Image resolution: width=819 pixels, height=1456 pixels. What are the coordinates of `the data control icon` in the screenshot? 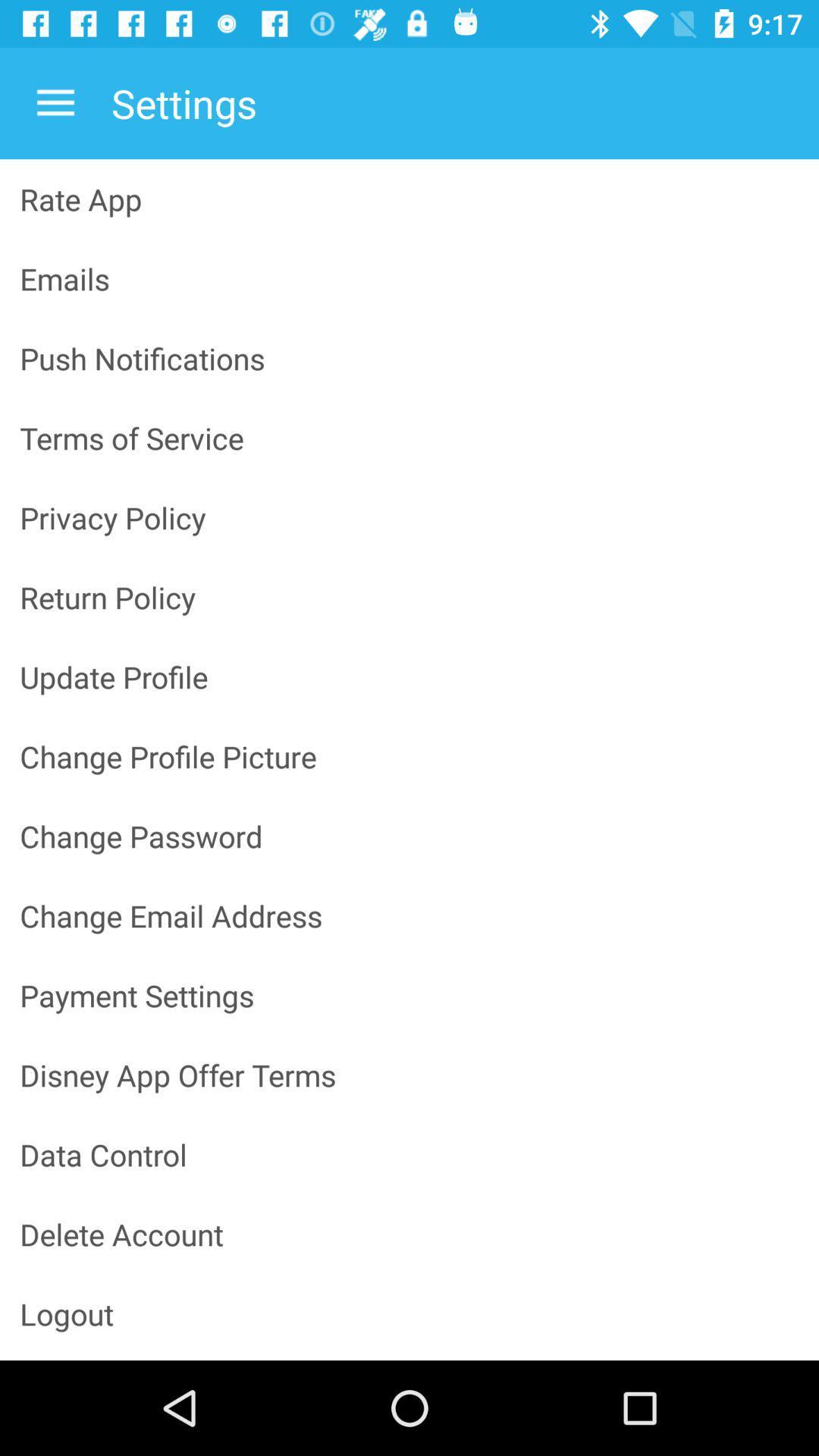 It's located at (409, 1153).